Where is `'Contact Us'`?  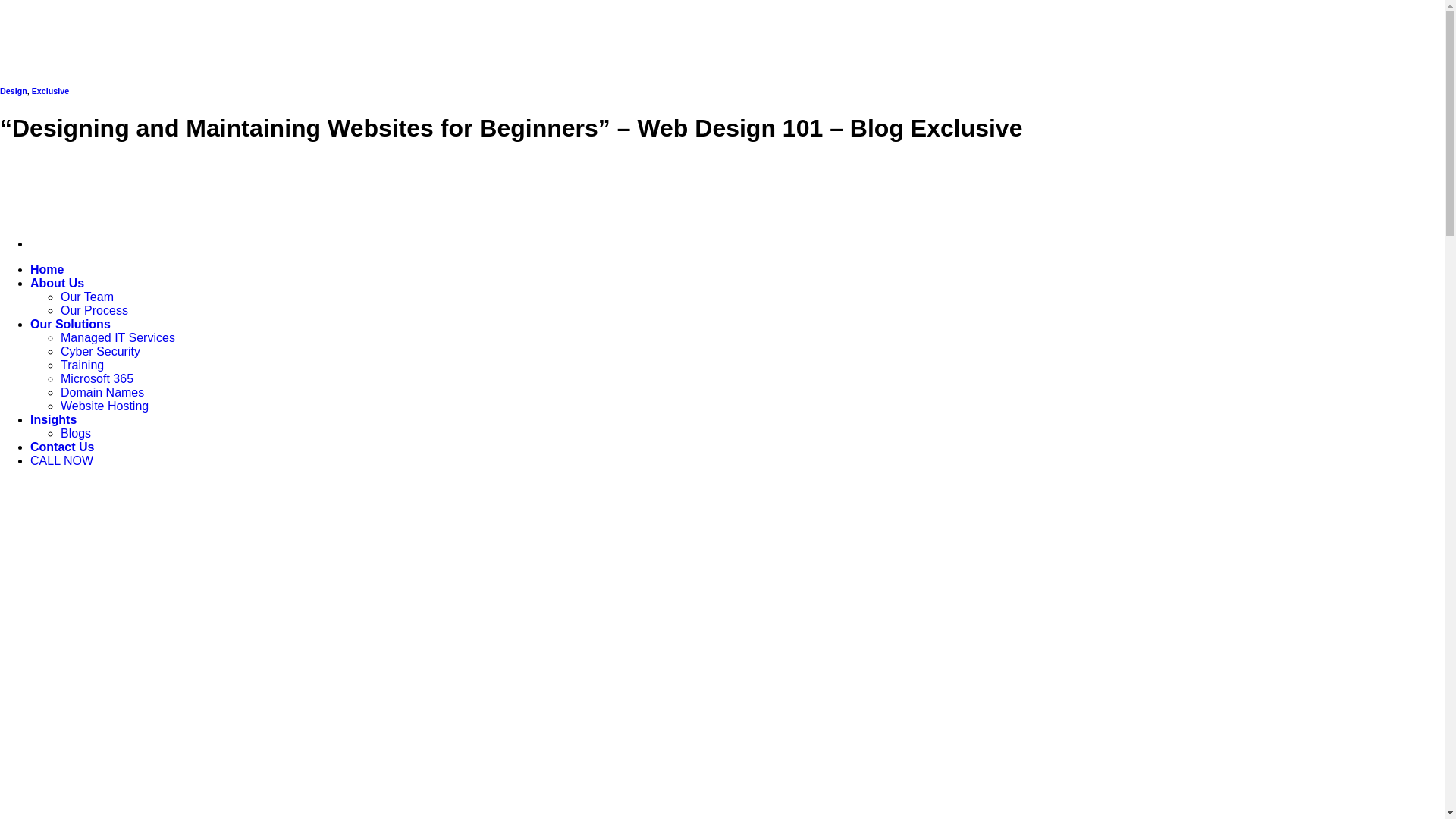 'Contact Us' is located at coordinates (61, 446).